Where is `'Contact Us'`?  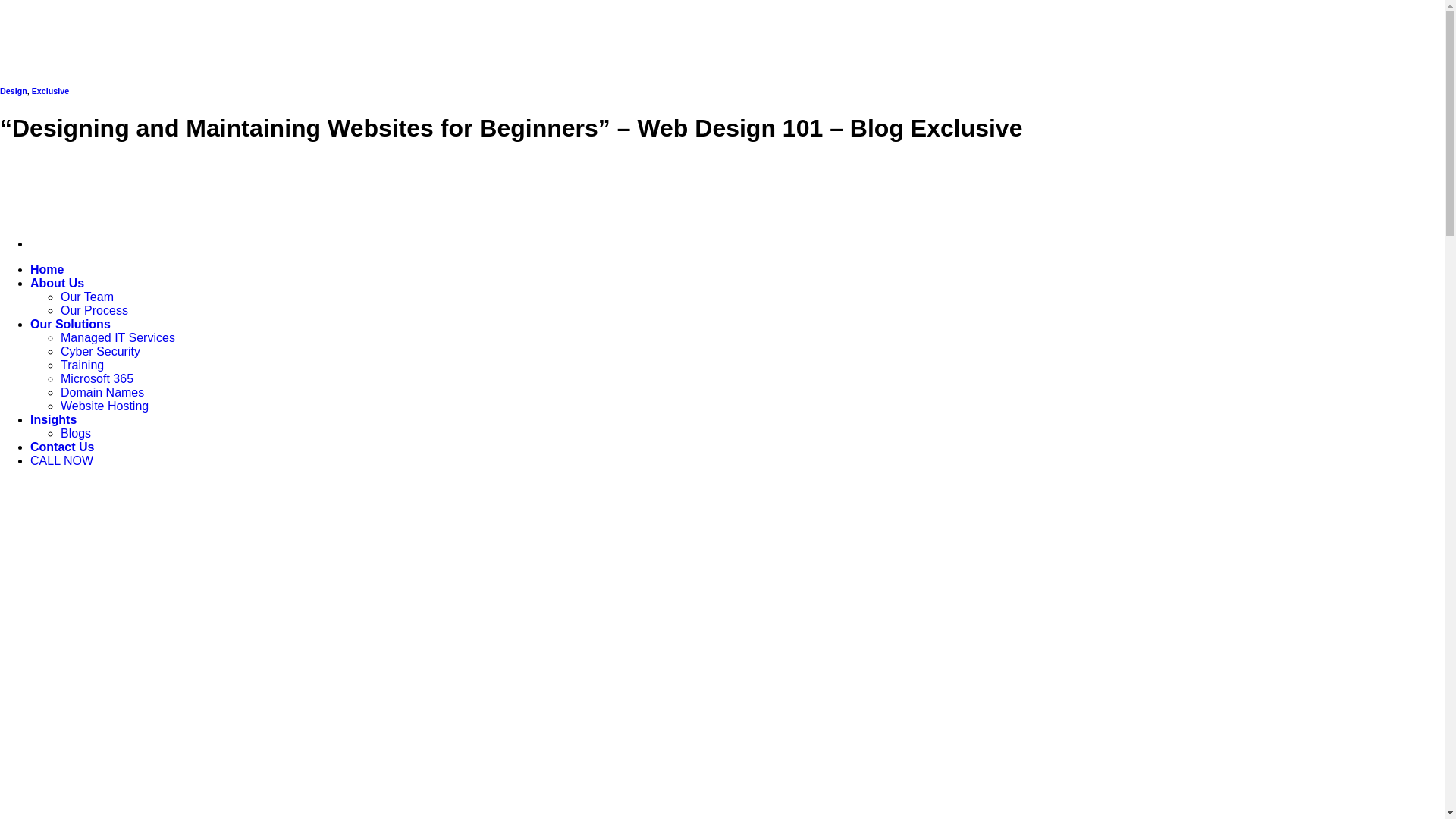 'Contact Us' is located at coordinates (61, 446).